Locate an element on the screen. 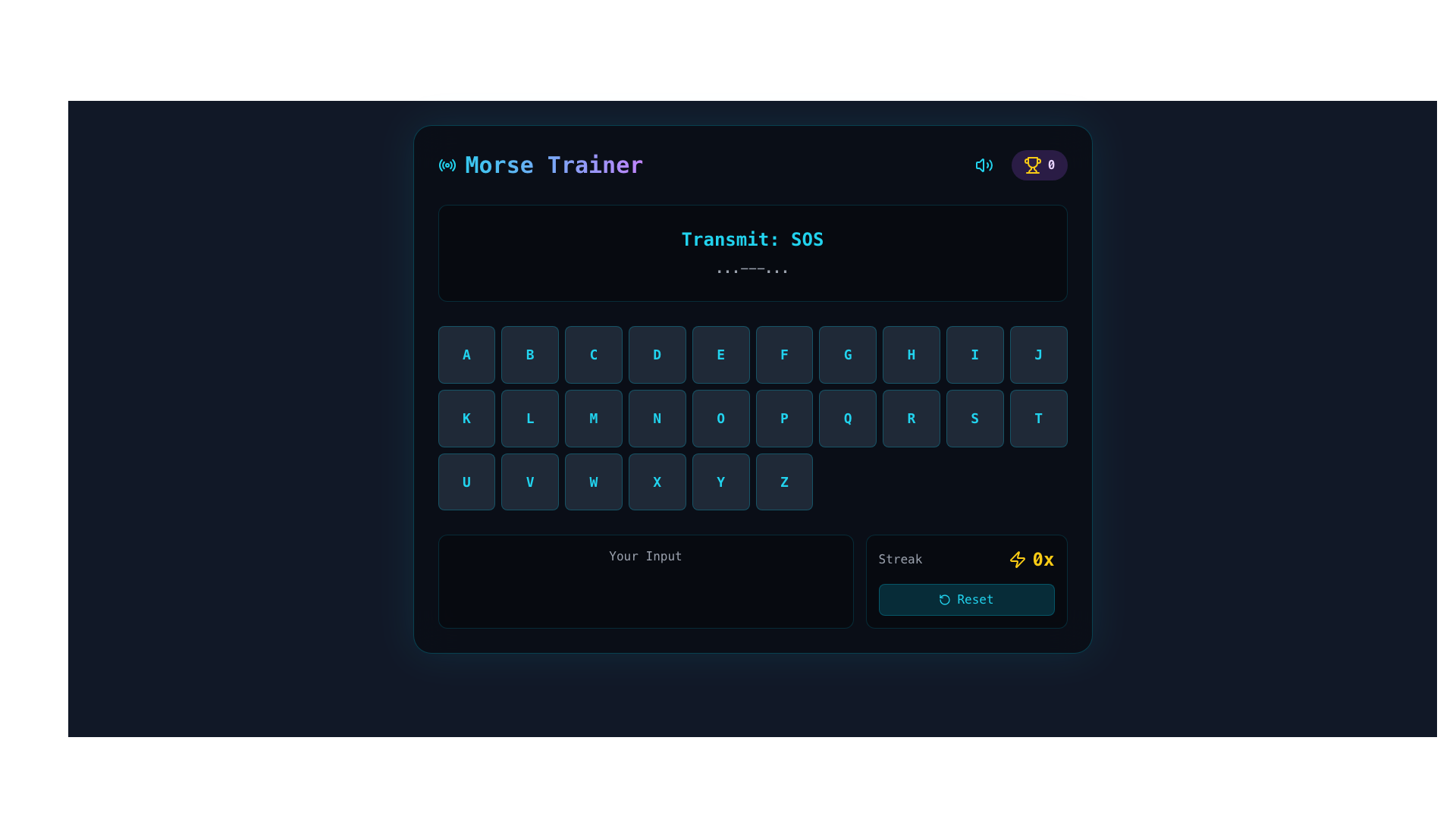 Image resolution: width=1456 pixels, height=819 pixels. the square button with a dark gray background and a bright cyan-colored letter 'J' is located at coordinates (1037, 354).